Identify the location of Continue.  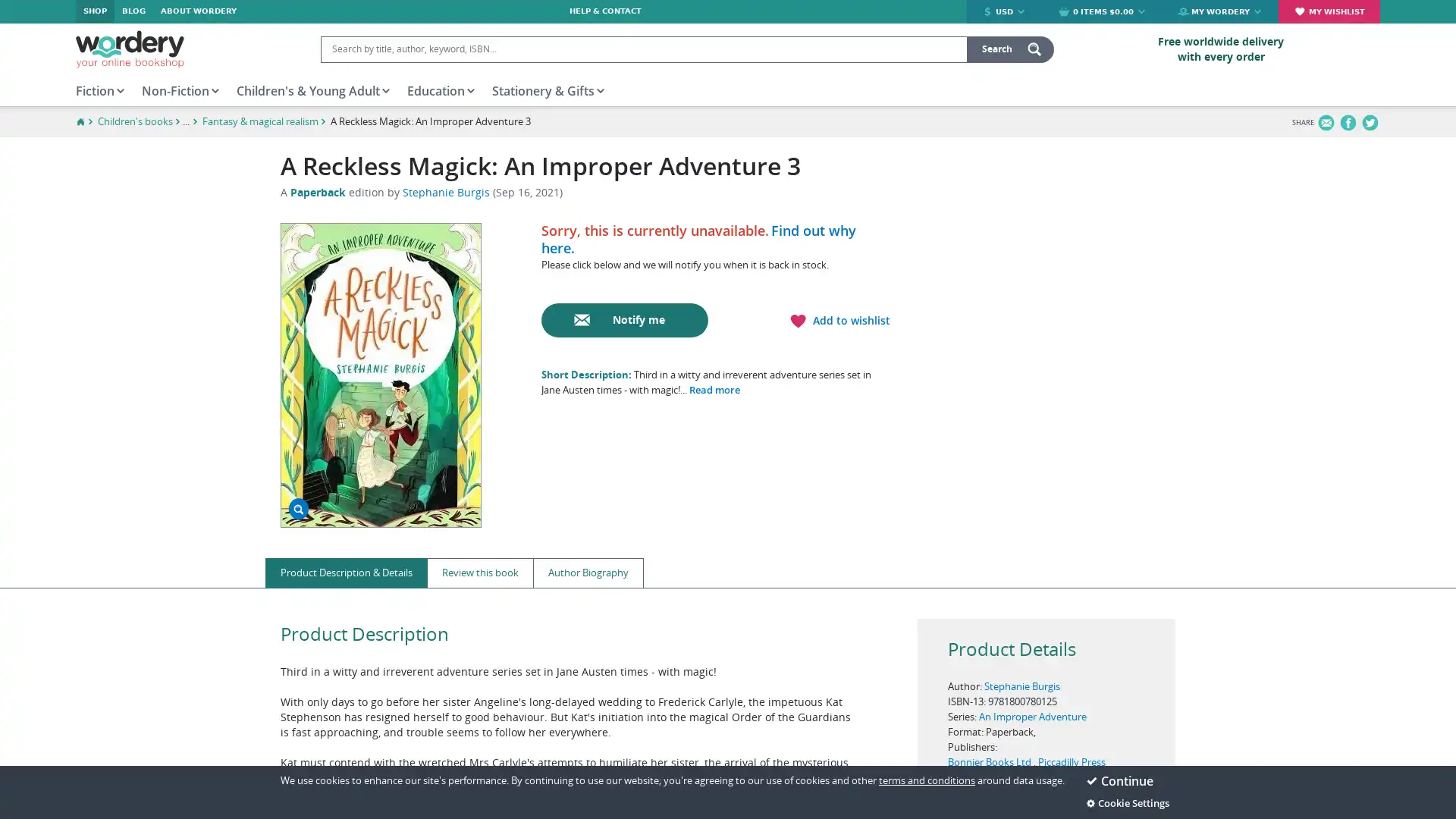
(1131, 780).